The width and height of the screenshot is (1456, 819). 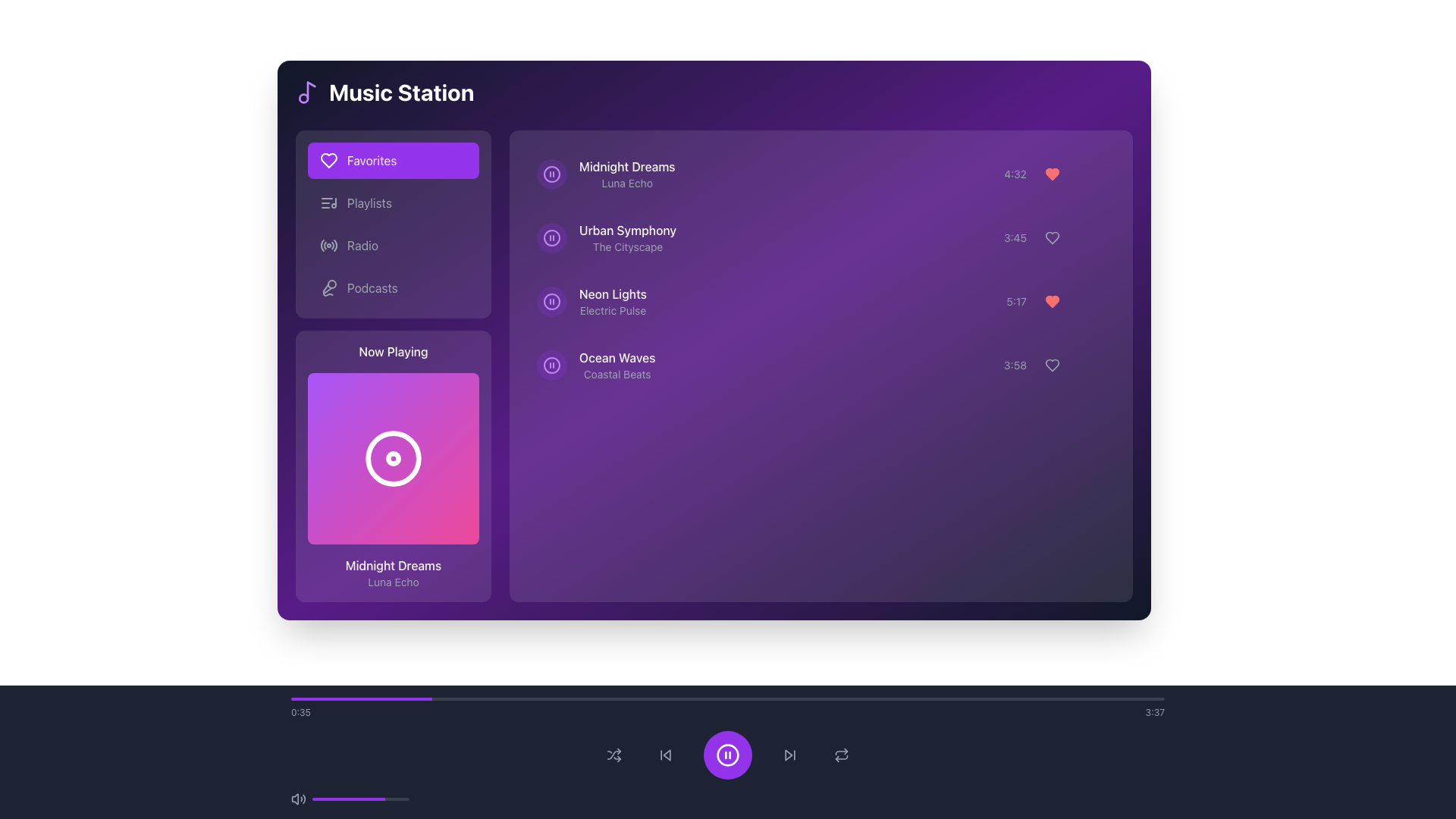 What do you see at coordinates (1054, 237) in the screenshot?
I see `the heart-shaped interactive icon located next to the '3:45' text to mark the song 'Urban Symphony' as a favorite` at bounding box center [1054, 237].